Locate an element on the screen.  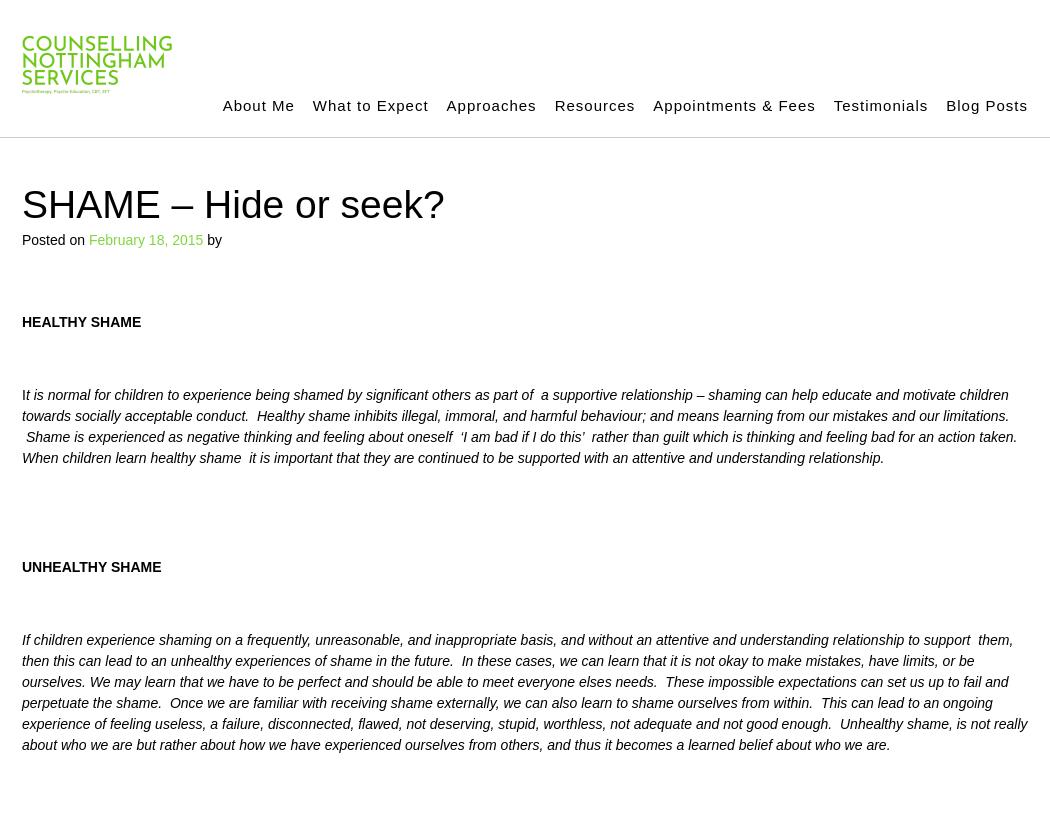
'Approaches' is located at coordinates (489, 104).